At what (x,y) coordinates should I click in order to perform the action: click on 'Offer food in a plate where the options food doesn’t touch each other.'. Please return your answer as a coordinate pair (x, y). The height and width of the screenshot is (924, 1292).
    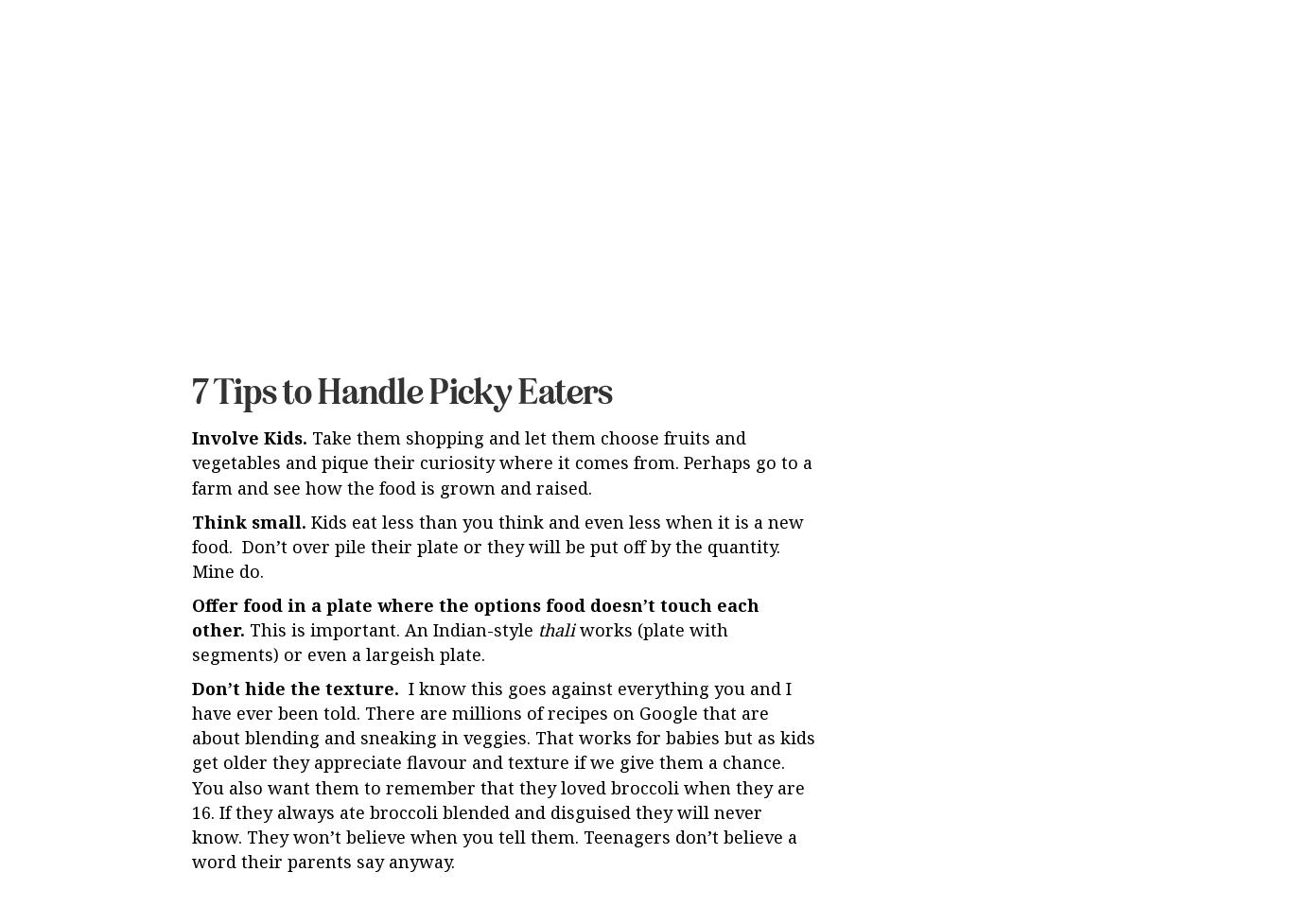
    Looking at the image, I should click on (475, 461).